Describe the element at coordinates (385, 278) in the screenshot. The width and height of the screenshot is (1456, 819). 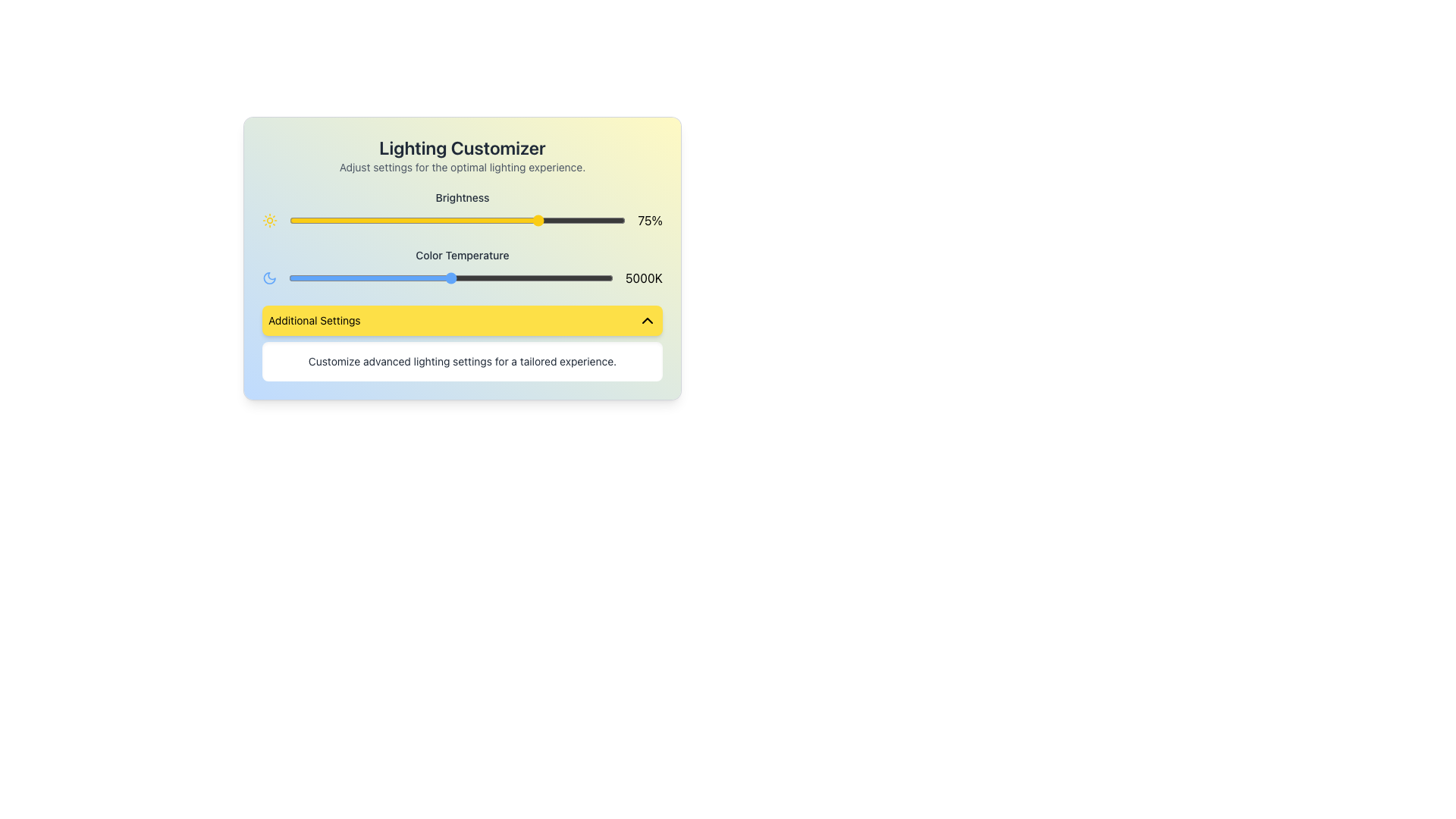
I see `the color temperature` at that location.